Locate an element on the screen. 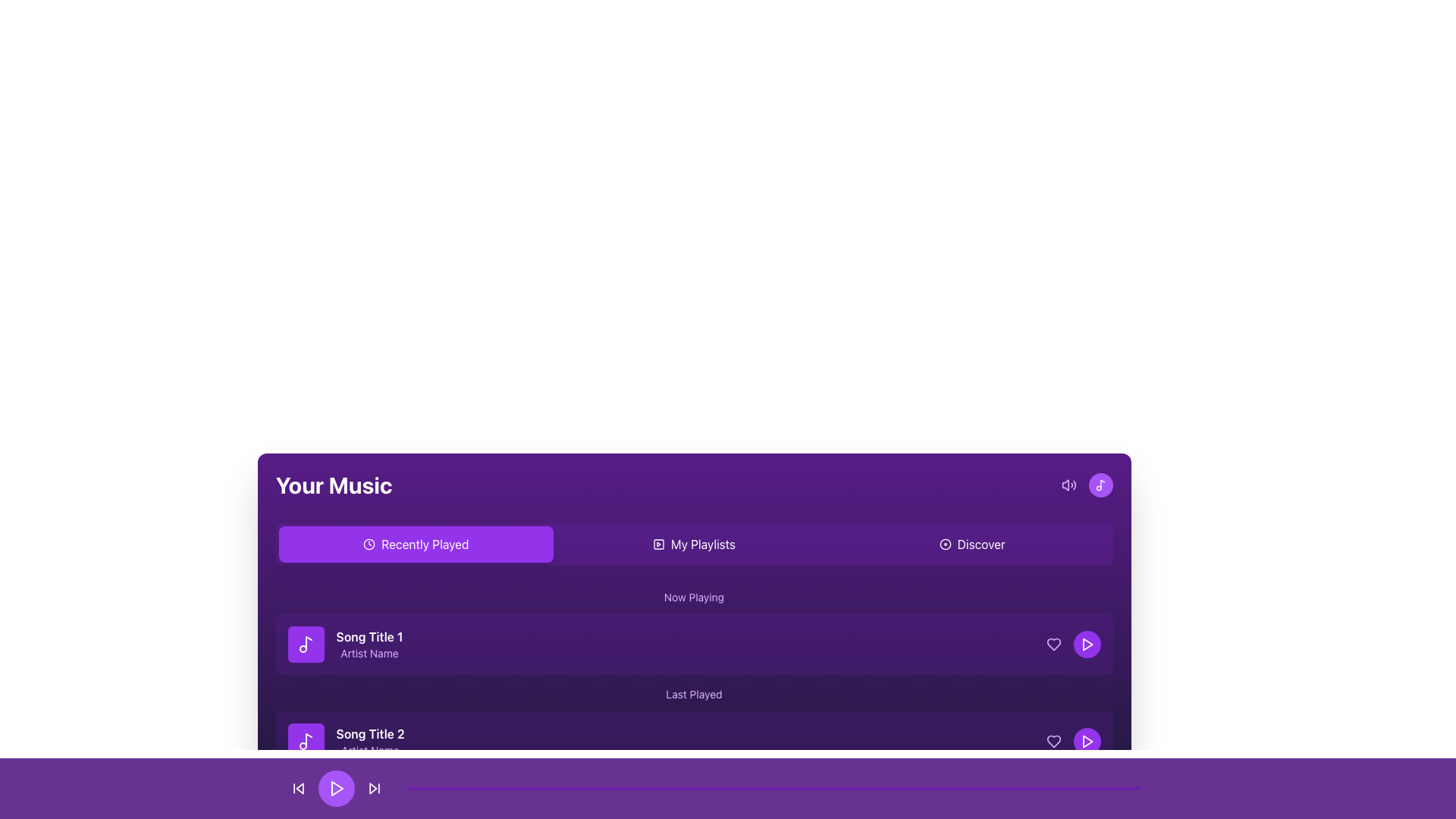 The height and width of the screenshot is (819, 1456). the play button located adjacent to 'Song Title 2' in the music playlist interface to initiate playback is located at coordinates (1087, 741).